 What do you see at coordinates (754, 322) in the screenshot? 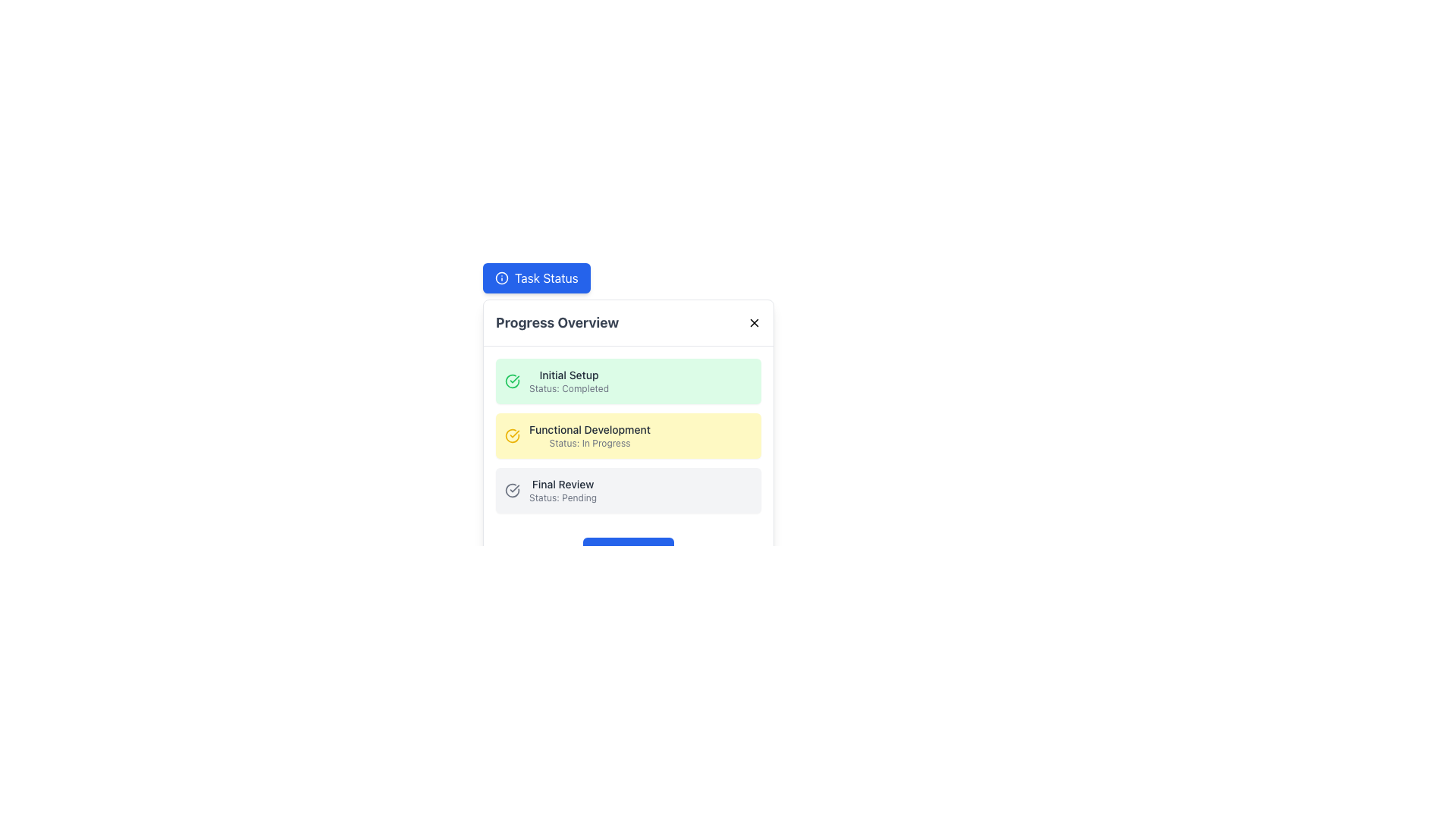
I see `the close button located at the top-right corner of the 'Progress Overview' section` at bounding box center [754, 322].